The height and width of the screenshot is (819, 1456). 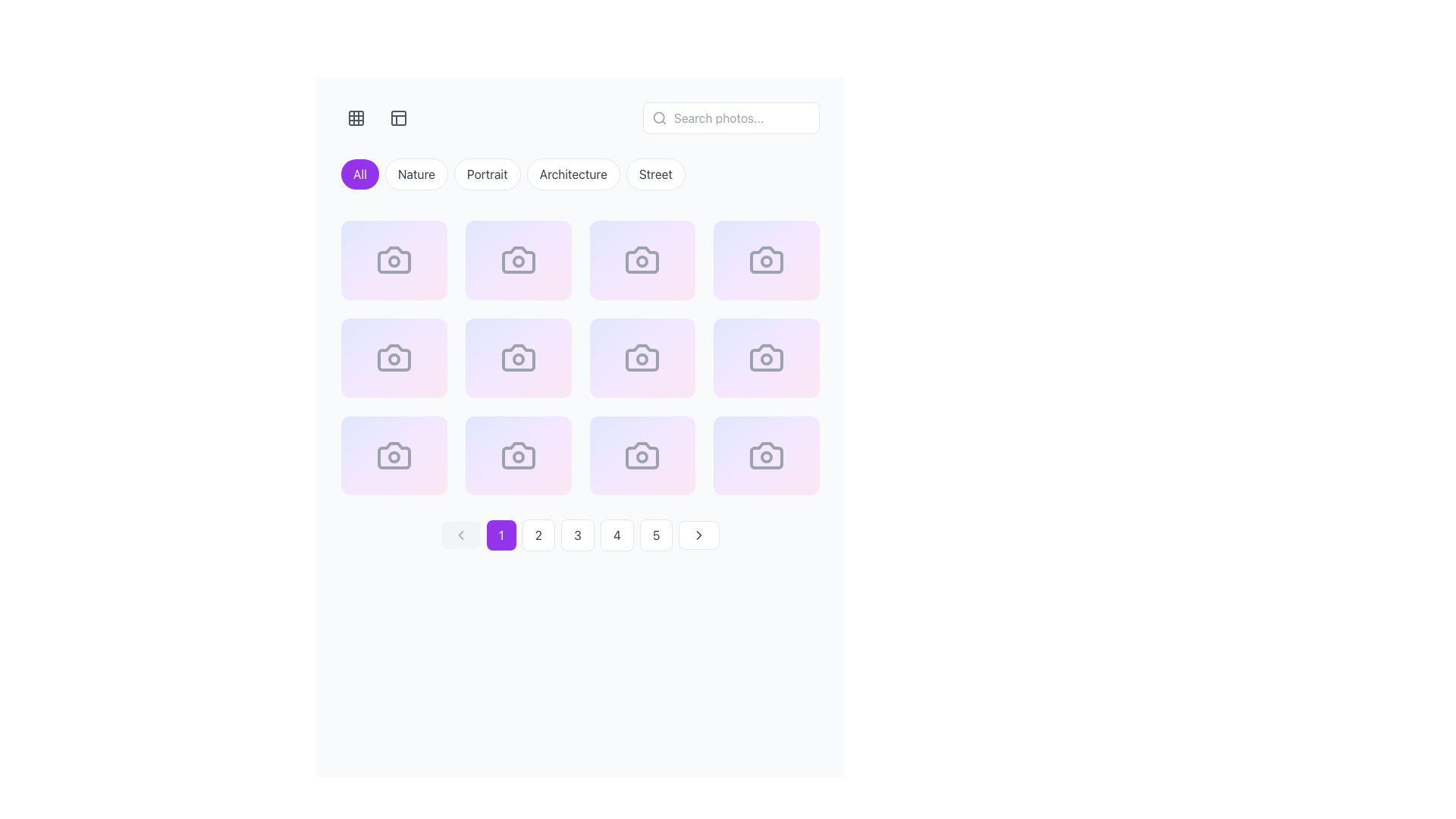 I want to click on the button labeled '4' in the pagination control area, so click(x=617, y=535).